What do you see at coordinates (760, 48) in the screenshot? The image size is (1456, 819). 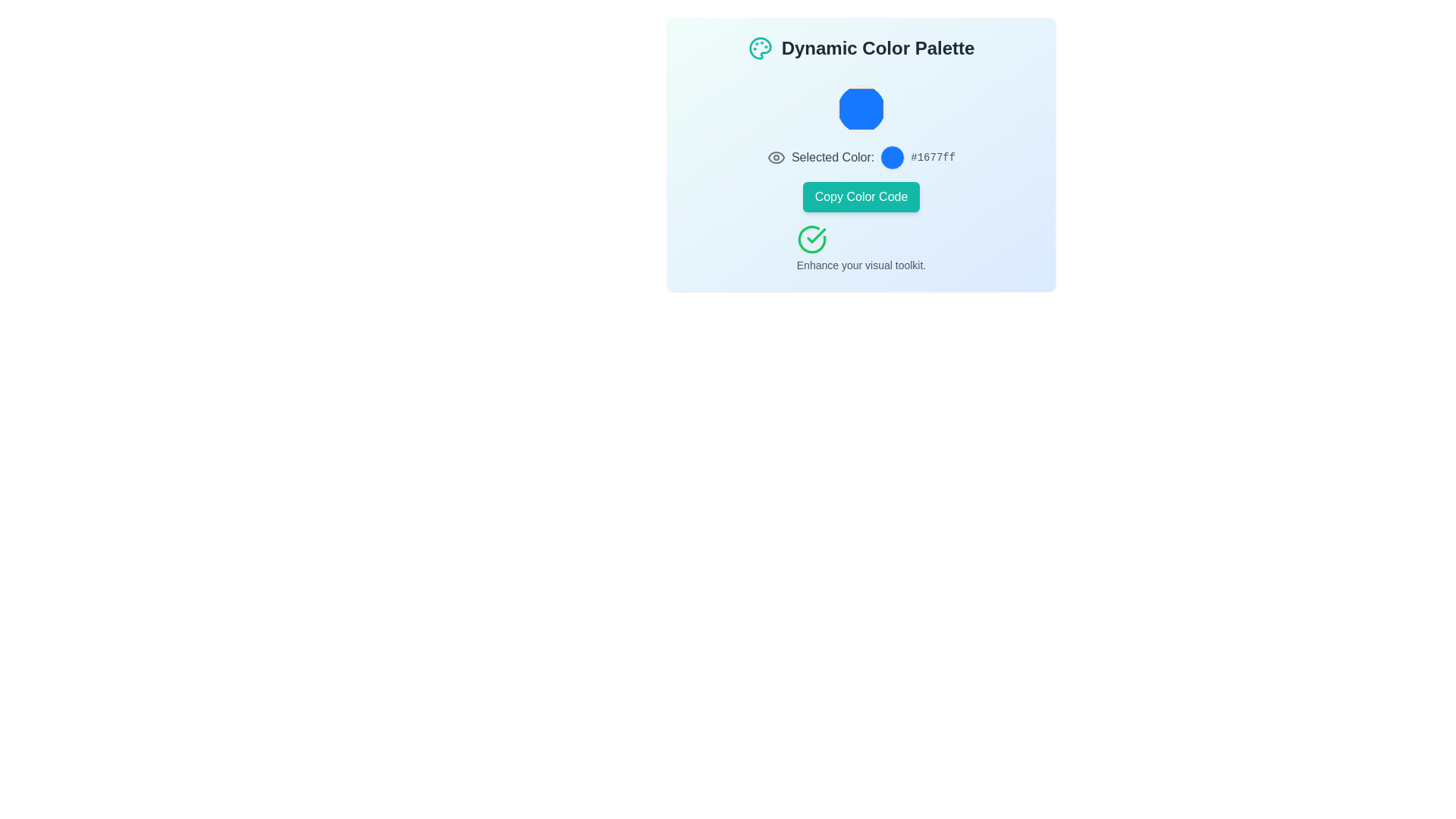 I see `the Decorative Icon, which is a teal palette icon located to the left of the header text 'Dynamic Color Palette'` at bounding box center [760, 48].